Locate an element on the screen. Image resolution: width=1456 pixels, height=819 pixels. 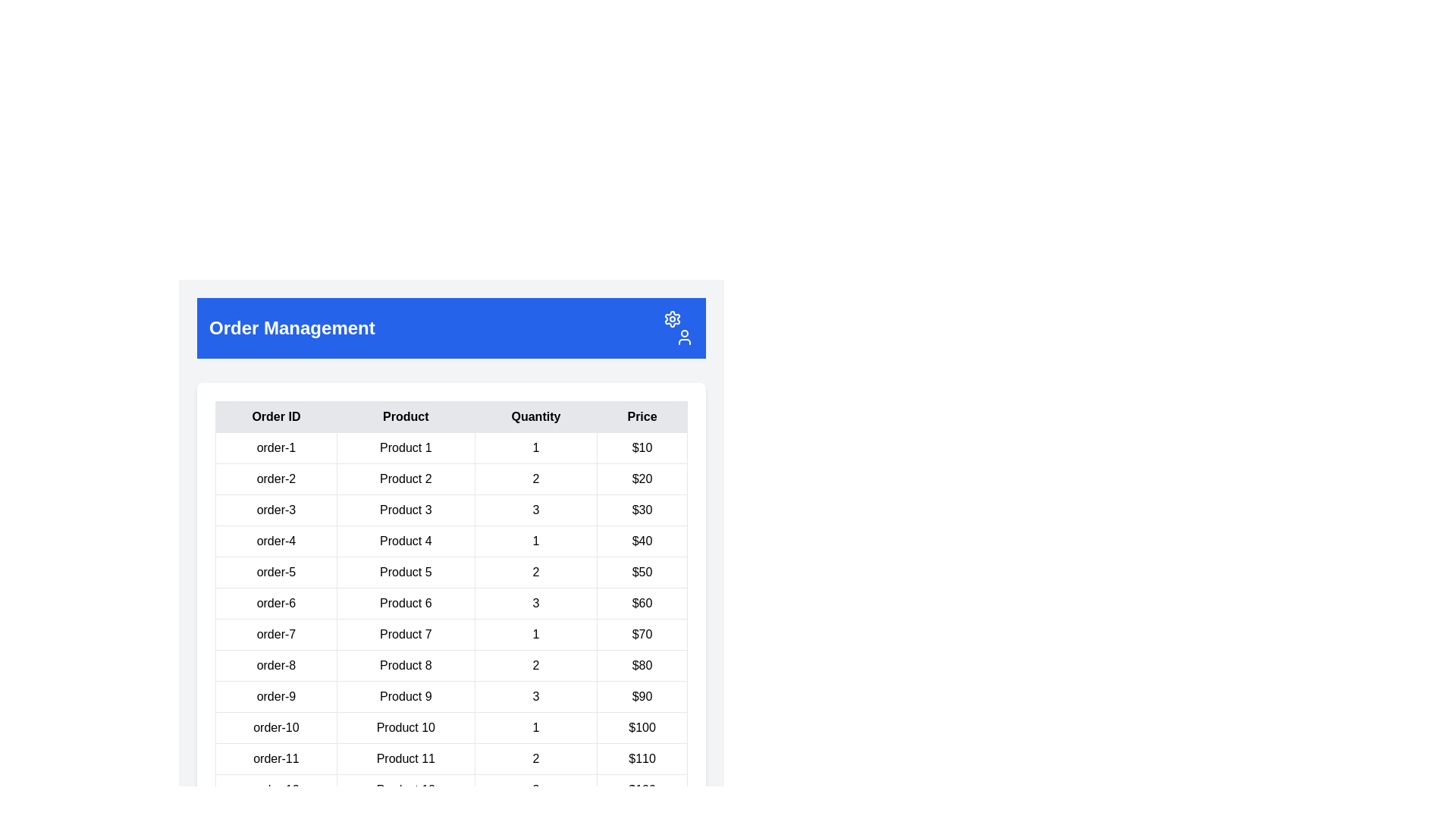
value of the Text label that represents the cost associated with 'order-11' in the 'Price' column of the table is located at coordinates (642, 759).